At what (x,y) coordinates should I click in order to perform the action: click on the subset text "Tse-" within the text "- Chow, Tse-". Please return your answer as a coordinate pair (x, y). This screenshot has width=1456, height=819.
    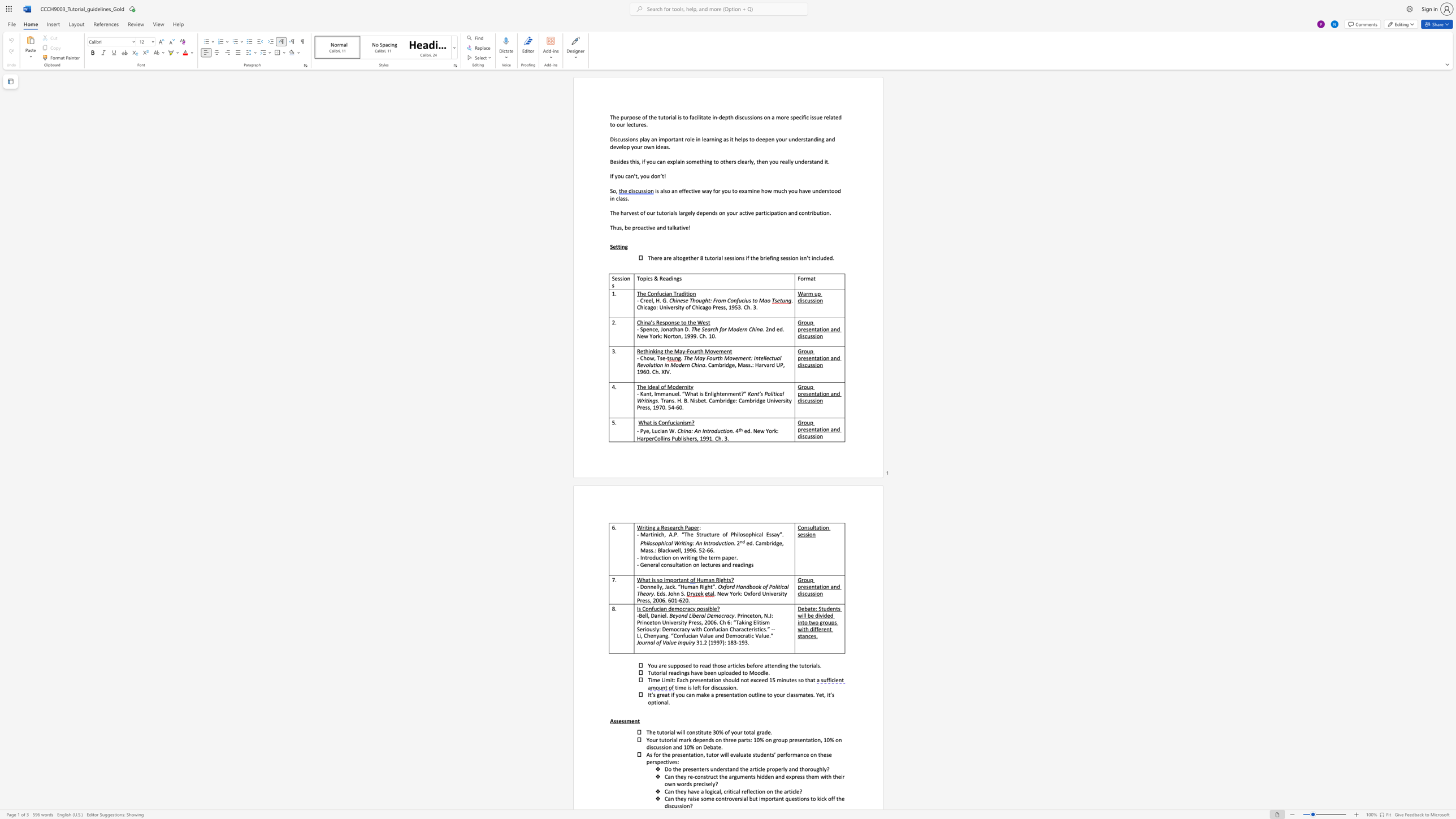
    Looking at the image, I should click on (656, 358).